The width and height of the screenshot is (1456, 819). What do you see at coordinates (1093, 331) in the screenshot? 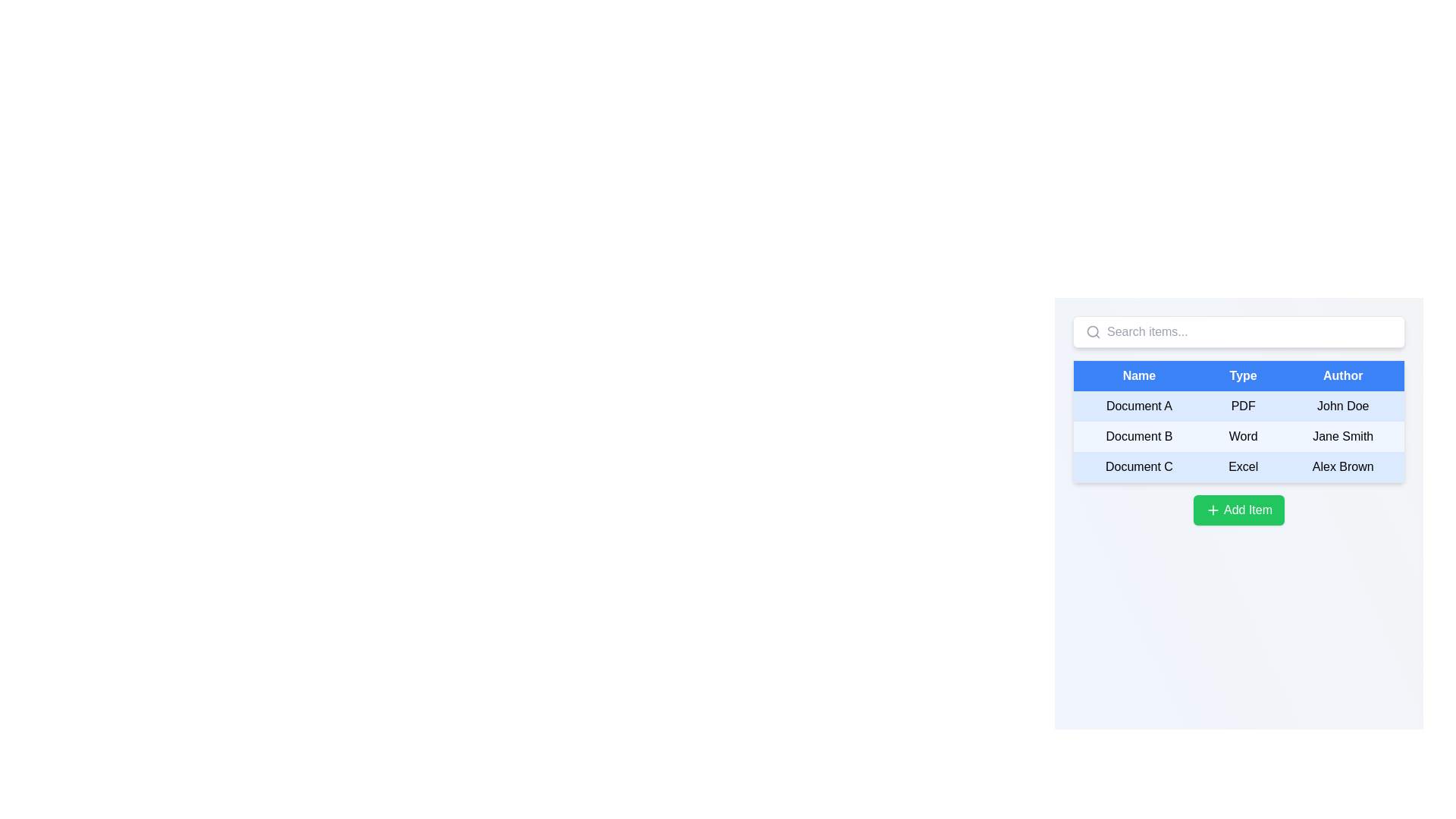
I see `the smaller circle located at the center of the magnifying glass icon in the search bar` at bounding box center [1093, 331].